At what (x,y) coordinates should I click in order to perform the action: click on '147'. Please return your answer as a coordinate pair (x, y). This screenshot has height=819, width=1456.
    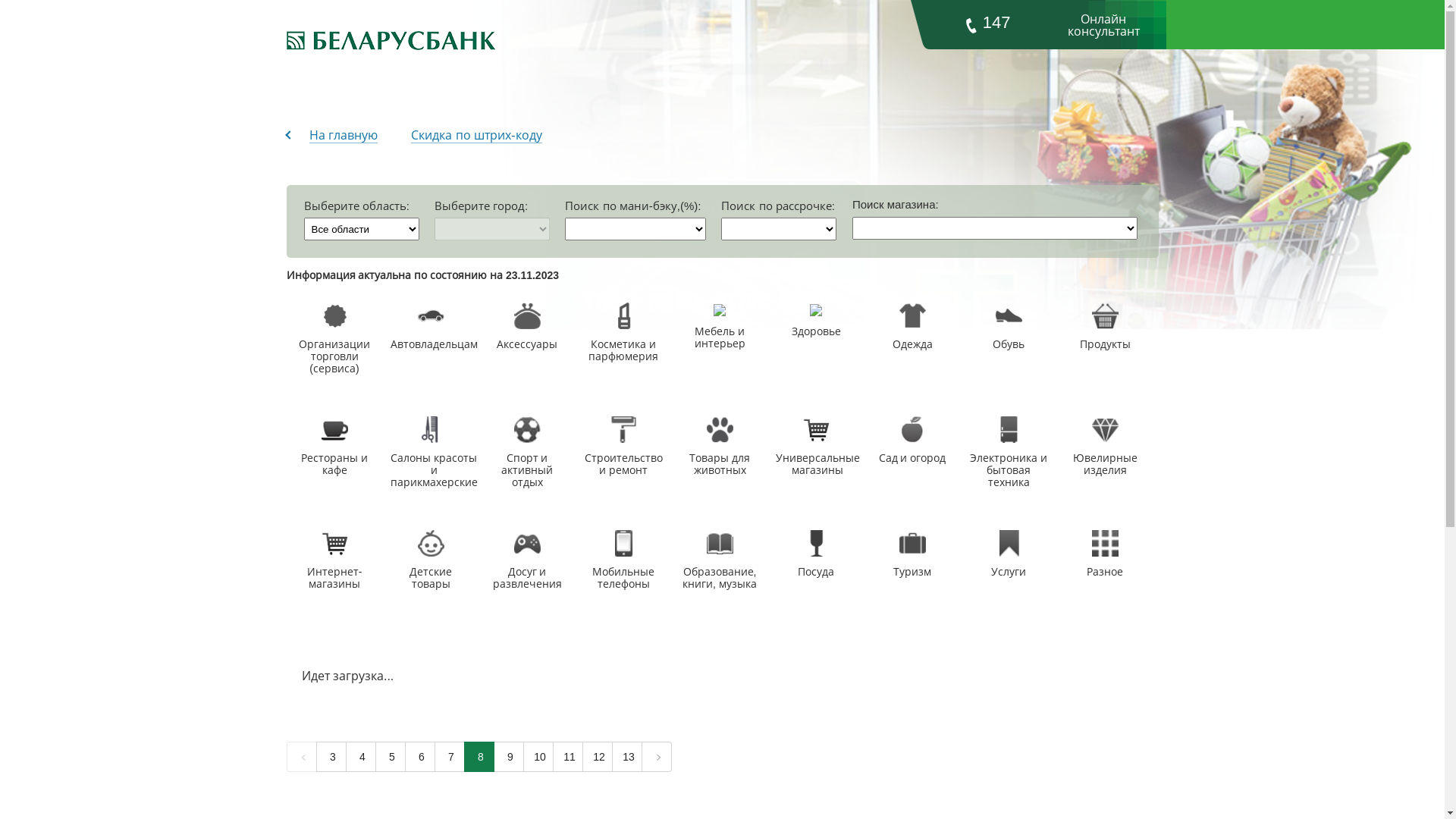
    Looking at the image, I should click on (987, 24).